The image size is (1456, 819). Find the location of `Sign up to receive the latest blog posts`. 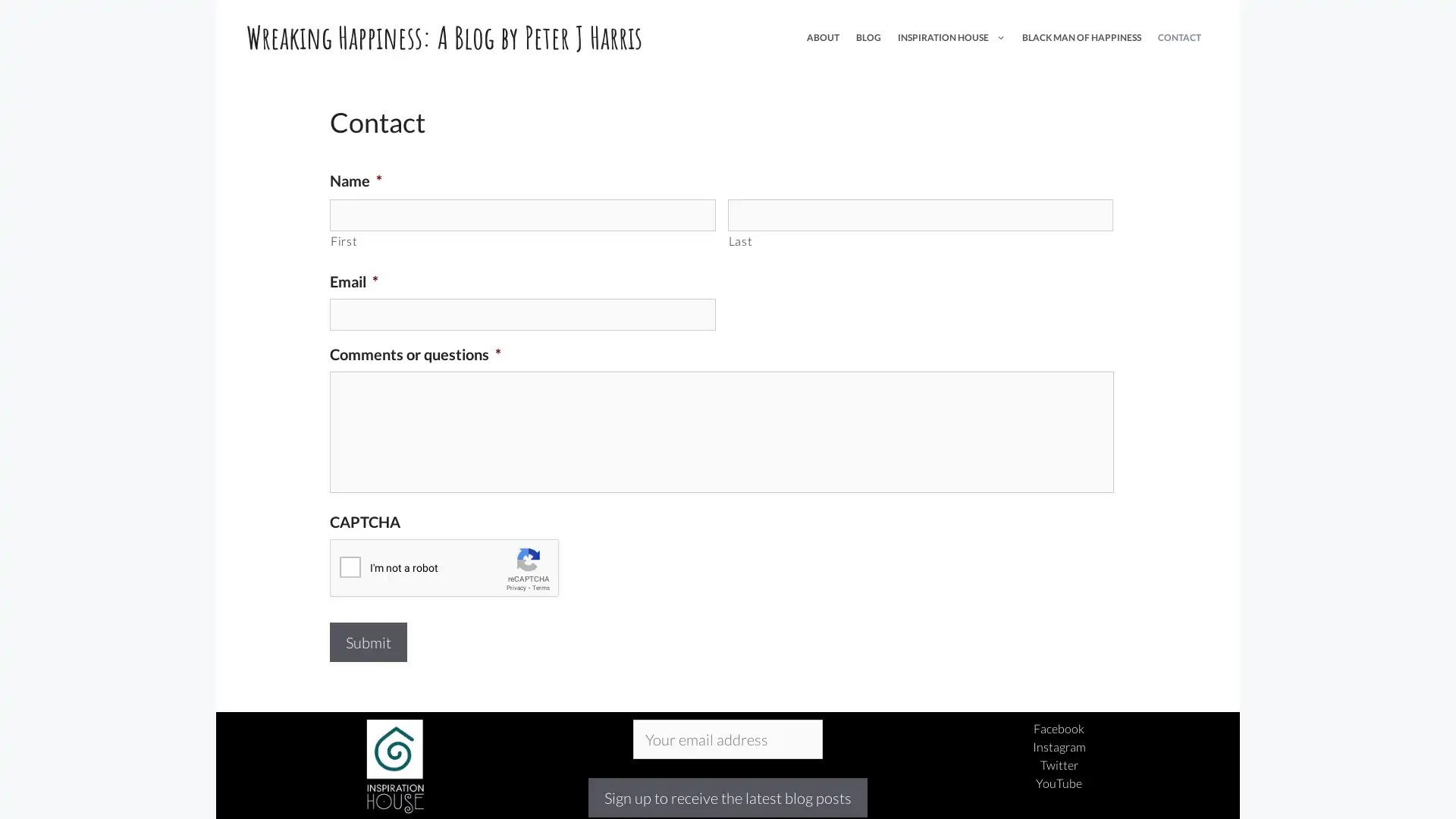

Sign up to receive the latest blog posts is located at coordinates (728, 797).